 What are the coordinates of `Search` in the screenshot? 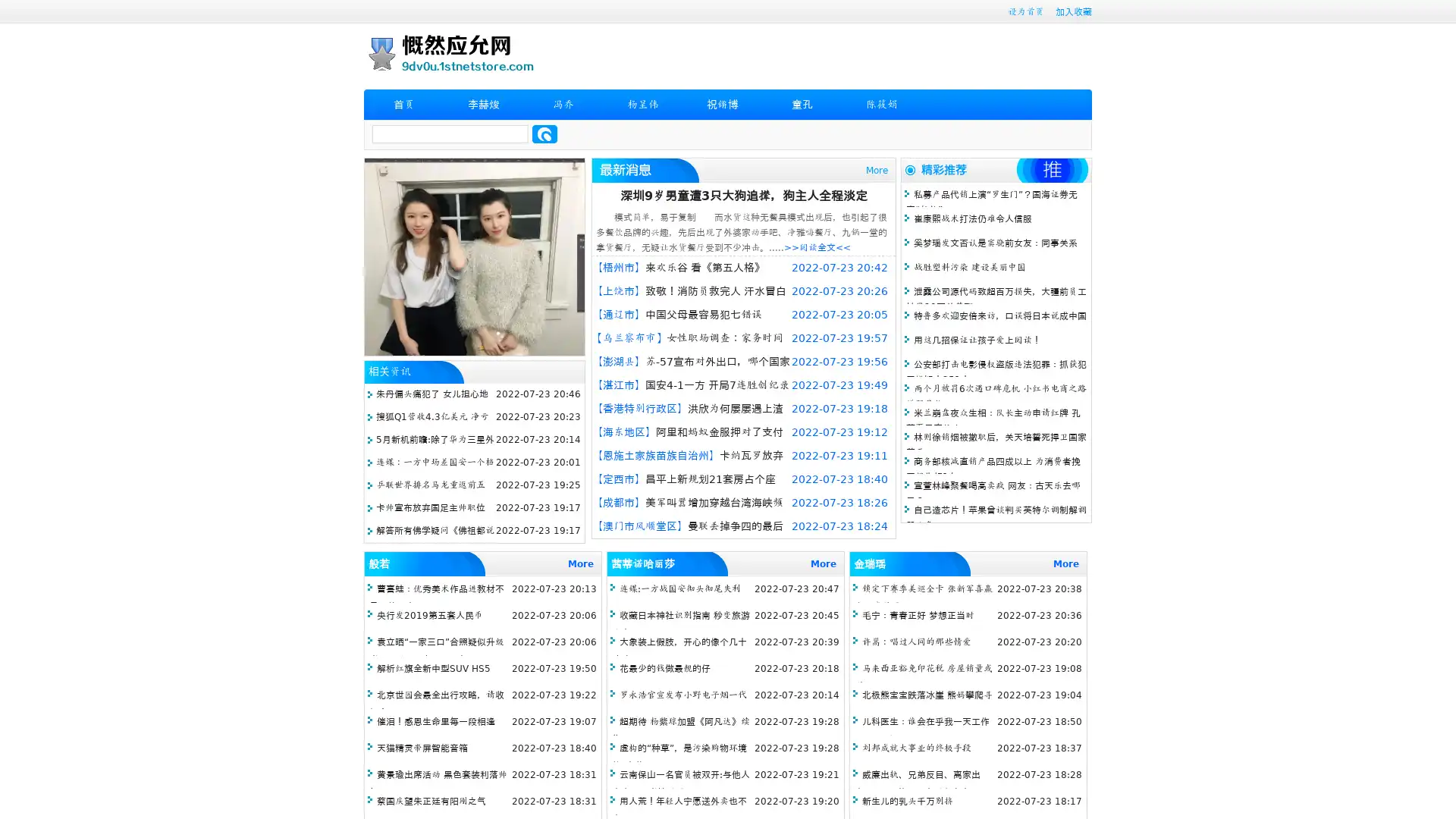 It's located at (544, 133).